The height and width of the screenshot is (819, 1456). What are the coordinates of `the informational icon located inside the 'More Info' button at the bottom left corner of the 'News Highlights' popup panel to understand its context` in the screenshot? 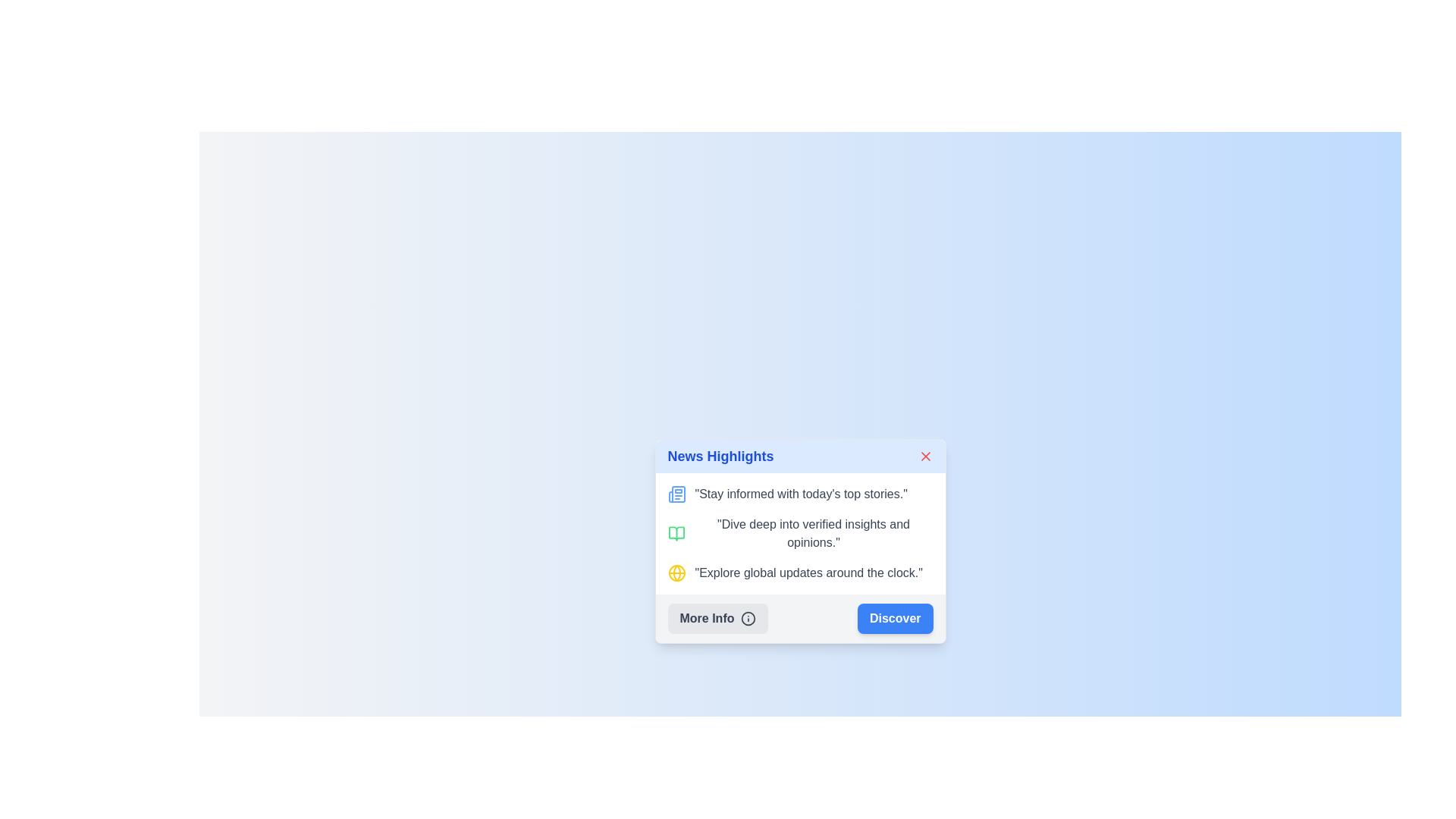 It's located at (748, 619).